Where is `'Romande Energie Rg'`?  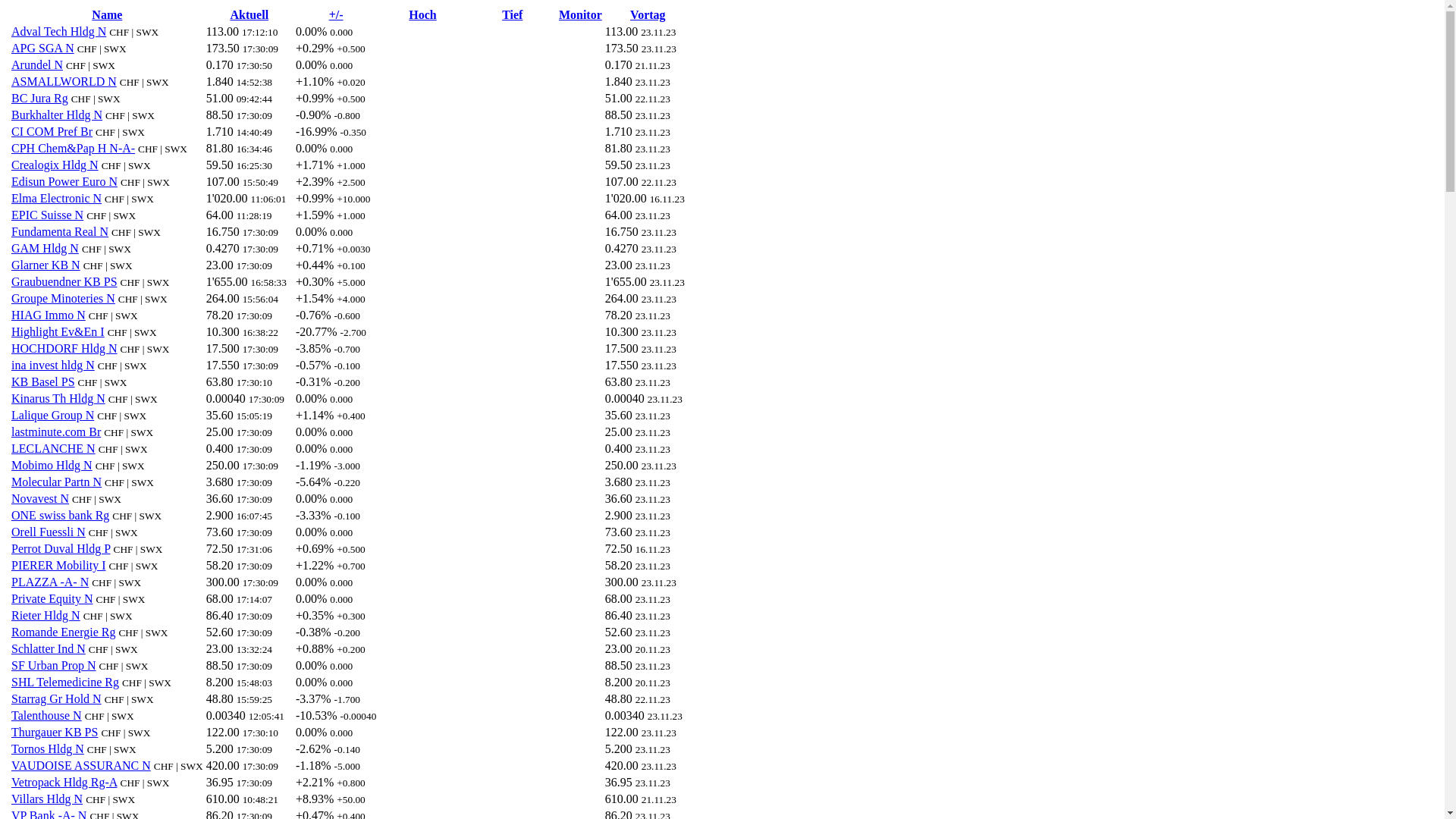 'Romande Energie Rg' is located at coordinates (62, 632).